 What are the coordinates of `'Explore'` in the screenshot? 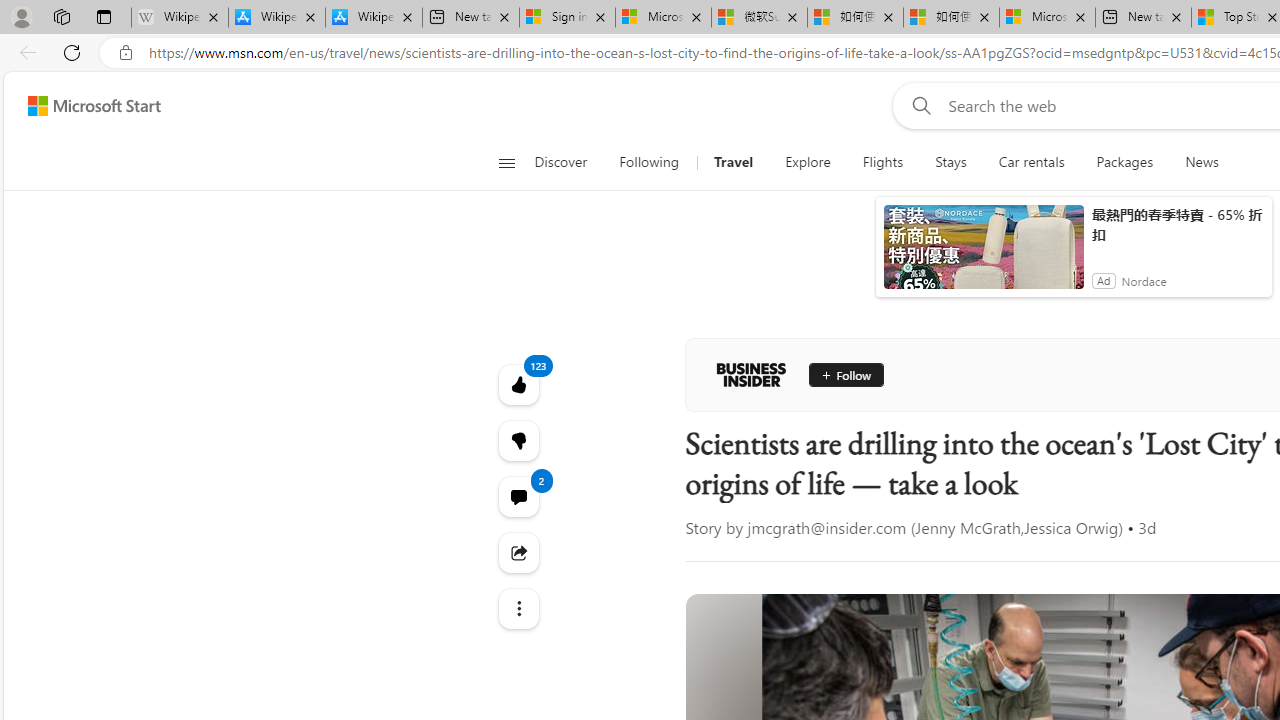 It's located at (807, 162).